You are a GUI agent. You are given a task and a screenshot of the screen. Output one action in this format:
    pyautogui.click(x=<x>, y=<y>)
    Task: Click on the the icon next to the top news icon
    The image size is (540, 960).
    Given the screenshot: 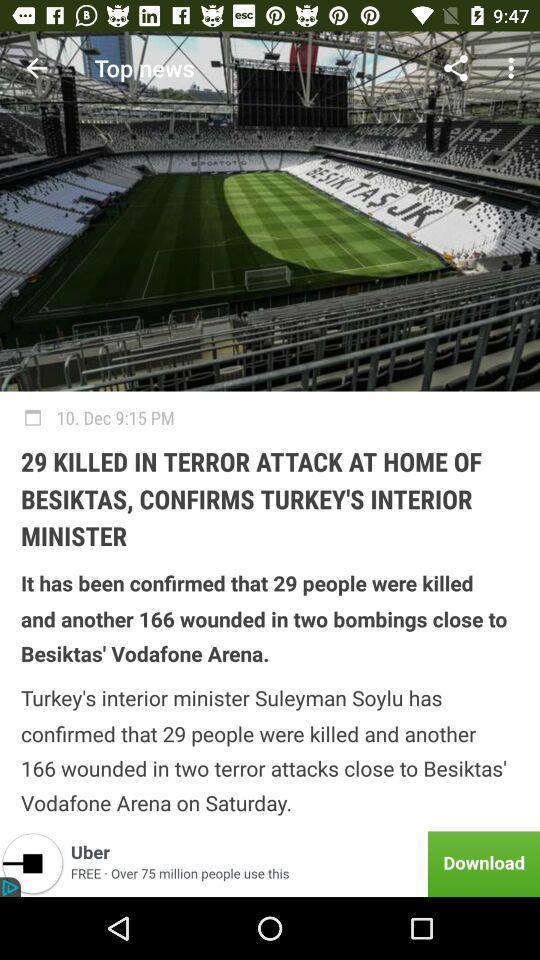 What is the action you would take?
    pyautogui.click(x=36, y=68)
    